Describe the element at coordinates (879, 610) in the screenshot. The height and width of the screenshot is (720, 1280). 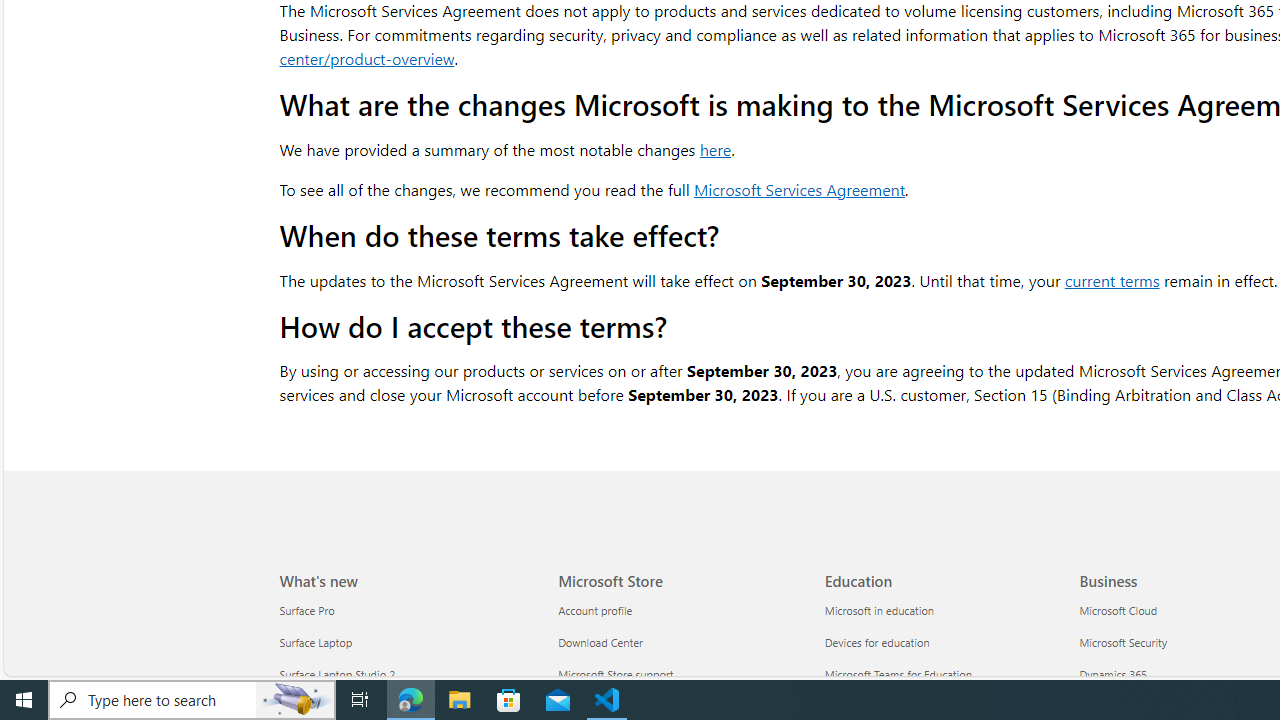
I see `'Microsoft in education Education'` at that location.